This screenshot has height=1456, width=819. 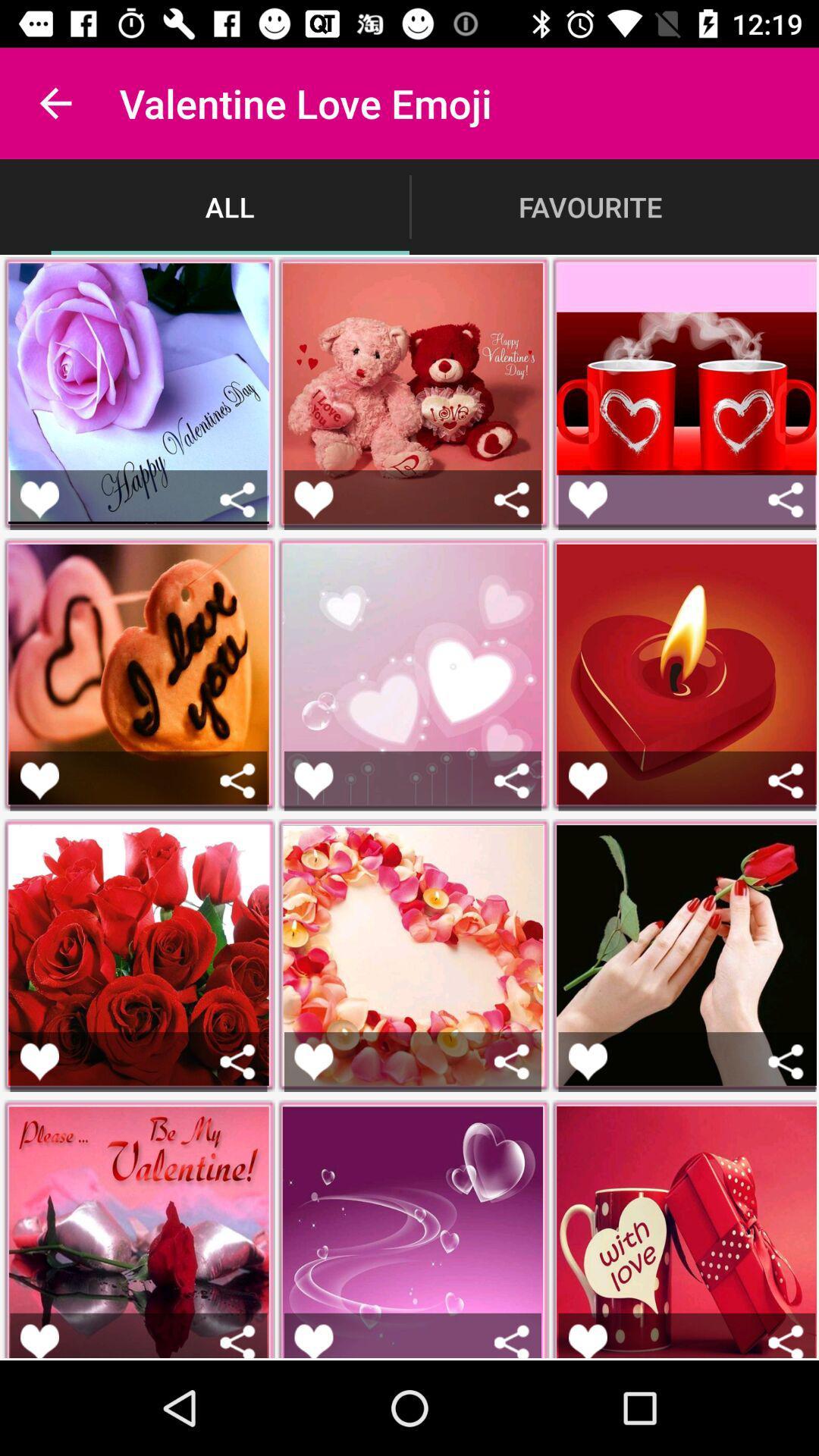 I want to click on share the sticker, so click(x=785, y=780).